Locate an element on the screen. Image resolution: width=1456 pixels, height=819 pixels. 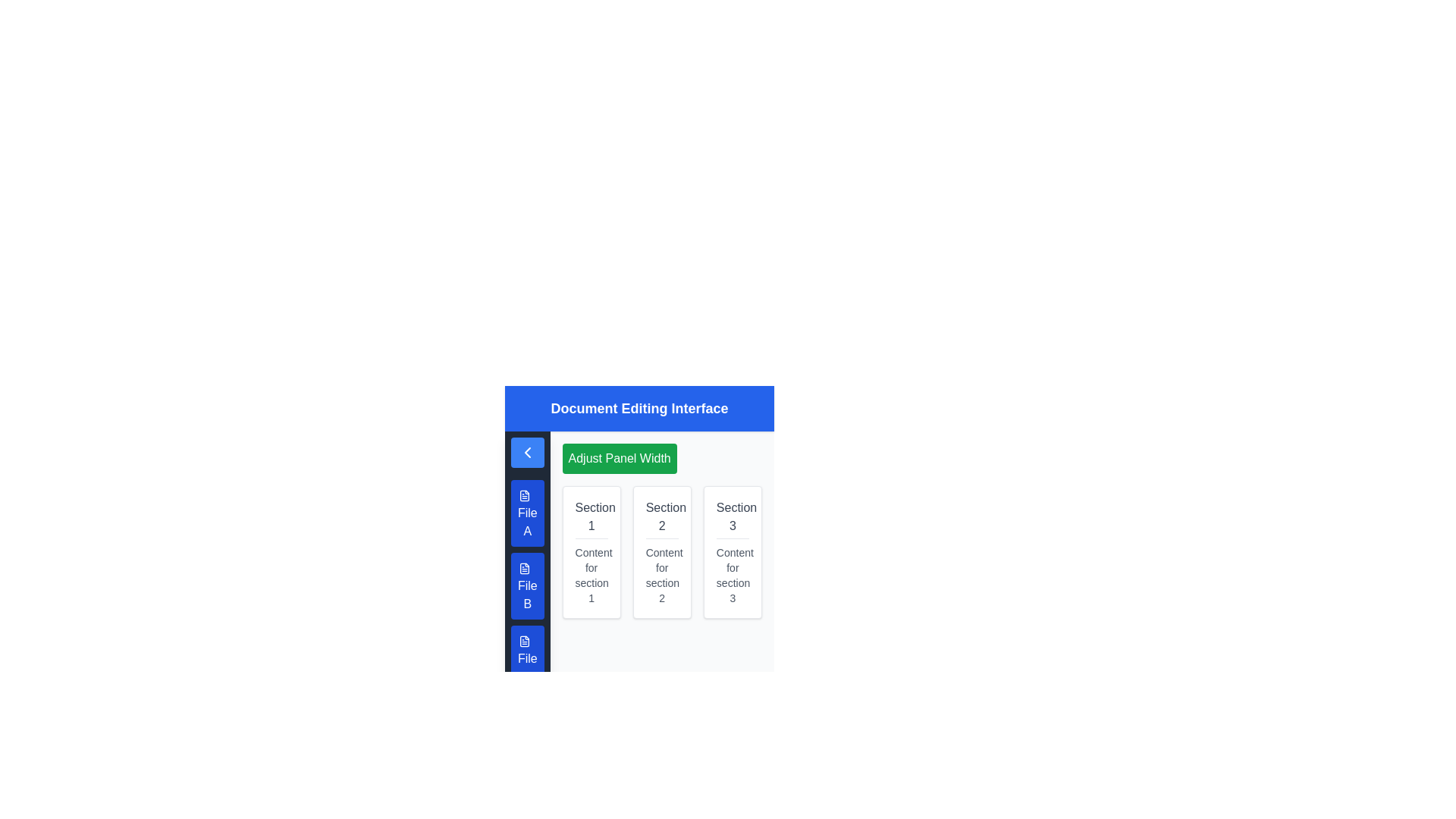
the static text label that provides a descriptive label for the associated section within 'Section 3', positioned below its title and centrally aligned is located at coordinates (733, 576).